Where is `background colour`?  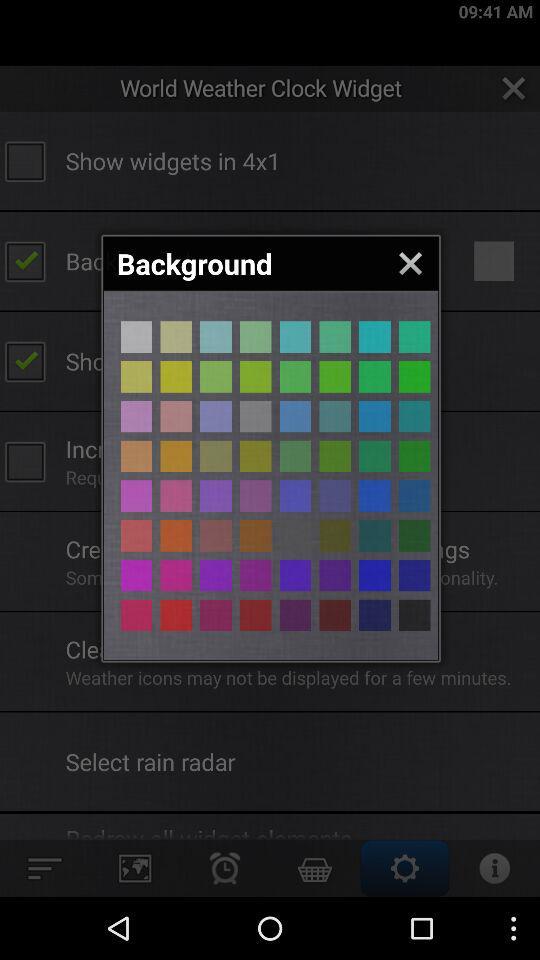
background colour is located at coordinates (335, 456).